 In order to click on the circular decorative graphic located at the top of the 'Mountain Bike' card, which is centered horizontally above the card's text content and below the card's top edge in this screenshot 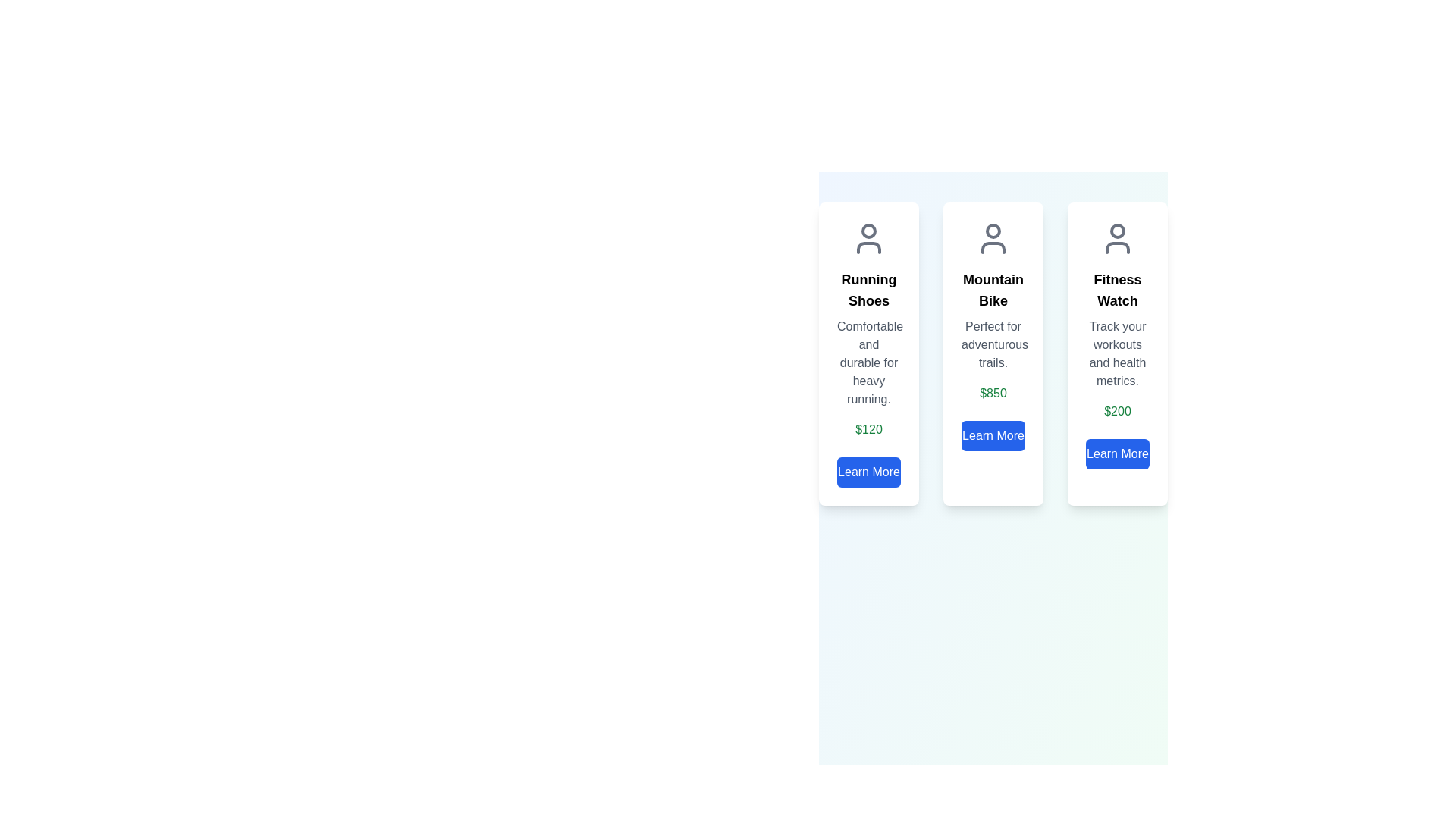, I will do `click(993, 231)`.